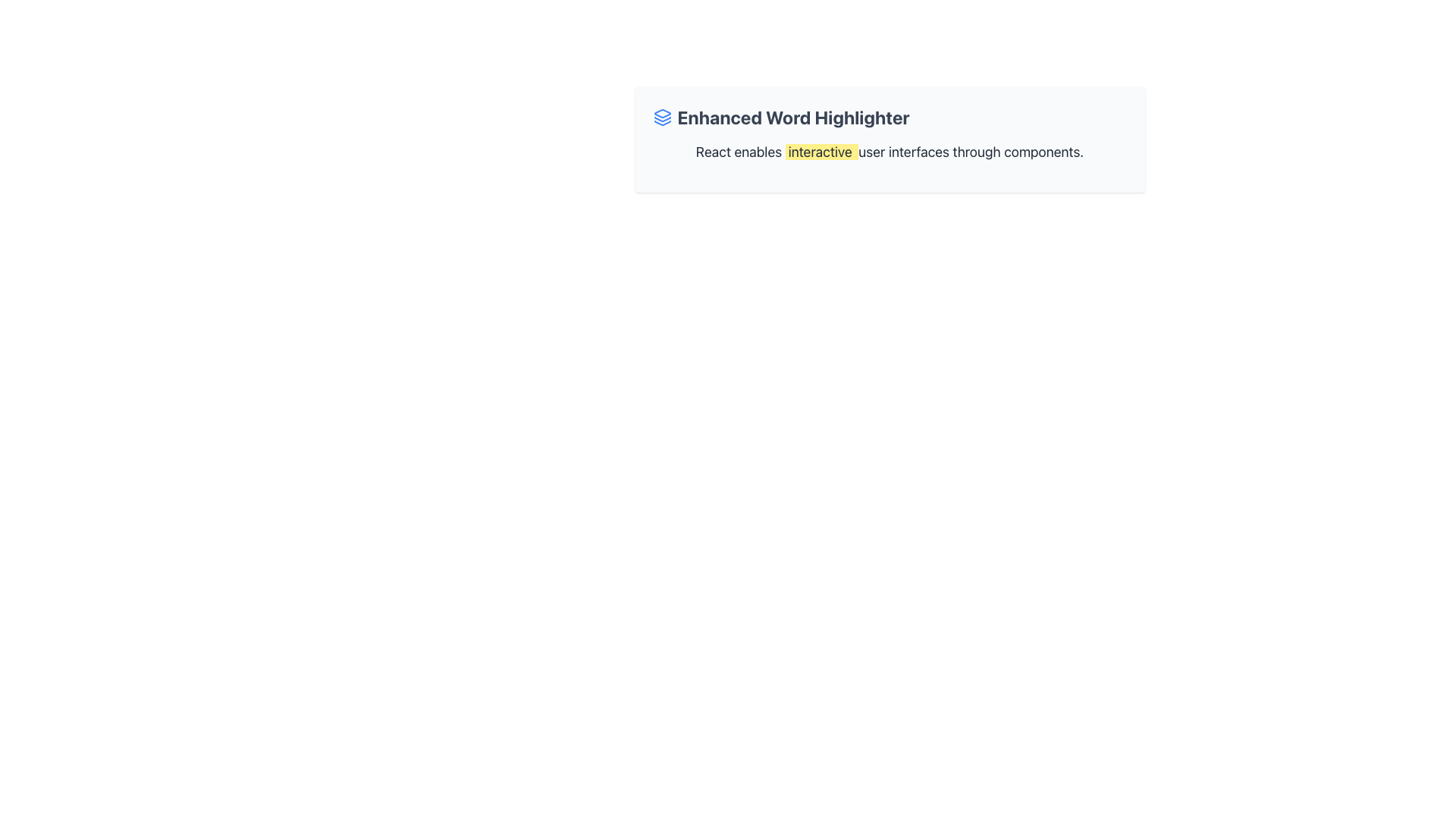  I want to click on the fifth word in the descriptive text label that is centered within the rectangular card, positioned between 'user' and 'through', so click(920, 152).